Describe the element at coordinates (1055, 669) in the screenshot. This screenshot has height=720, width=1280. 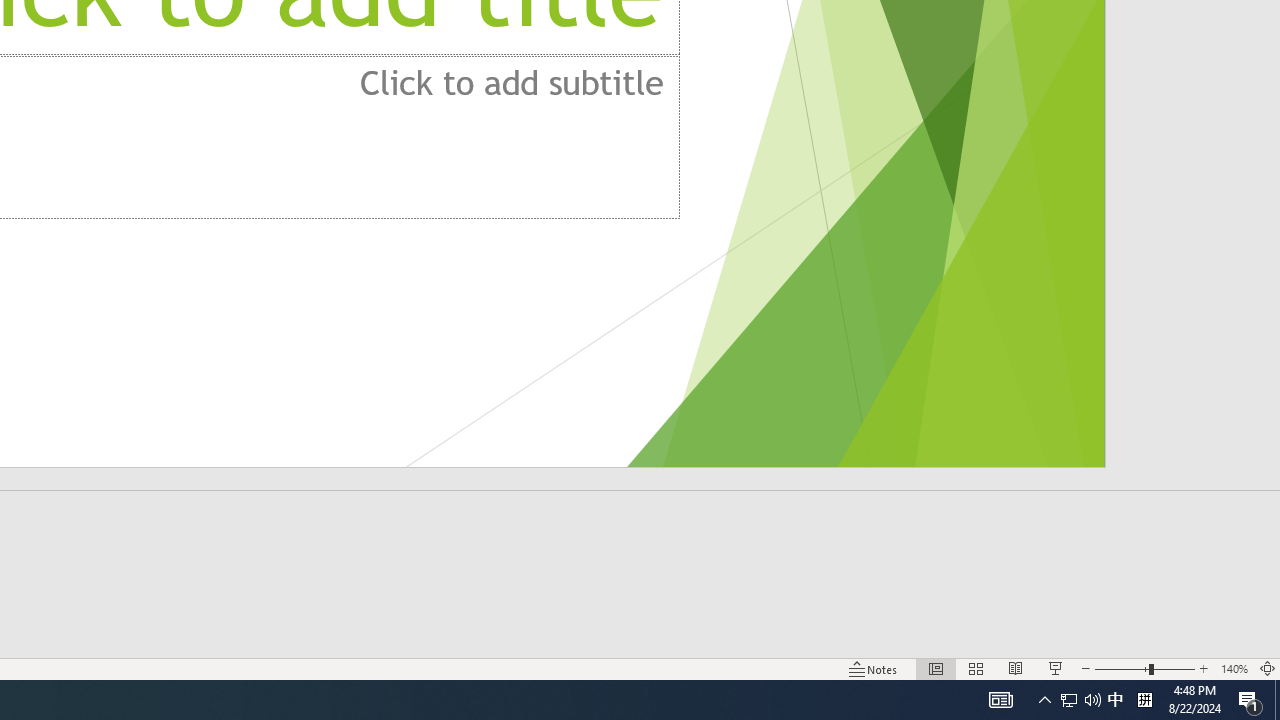
I see `'Slide Show'` at that location.